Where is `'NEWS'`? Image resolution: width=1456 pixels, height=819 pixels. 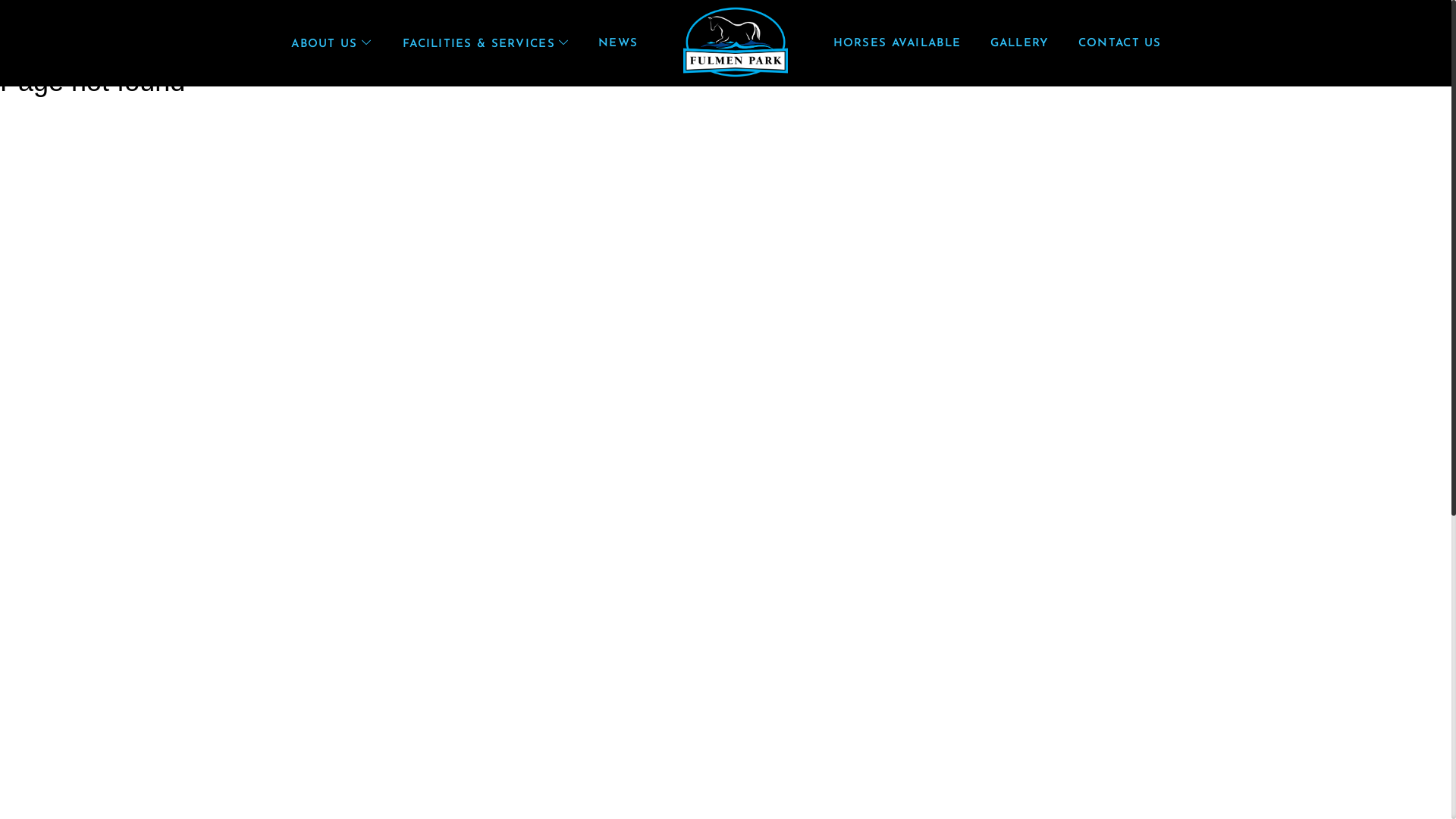 'NEWS' is located at coordinates (582, 42).